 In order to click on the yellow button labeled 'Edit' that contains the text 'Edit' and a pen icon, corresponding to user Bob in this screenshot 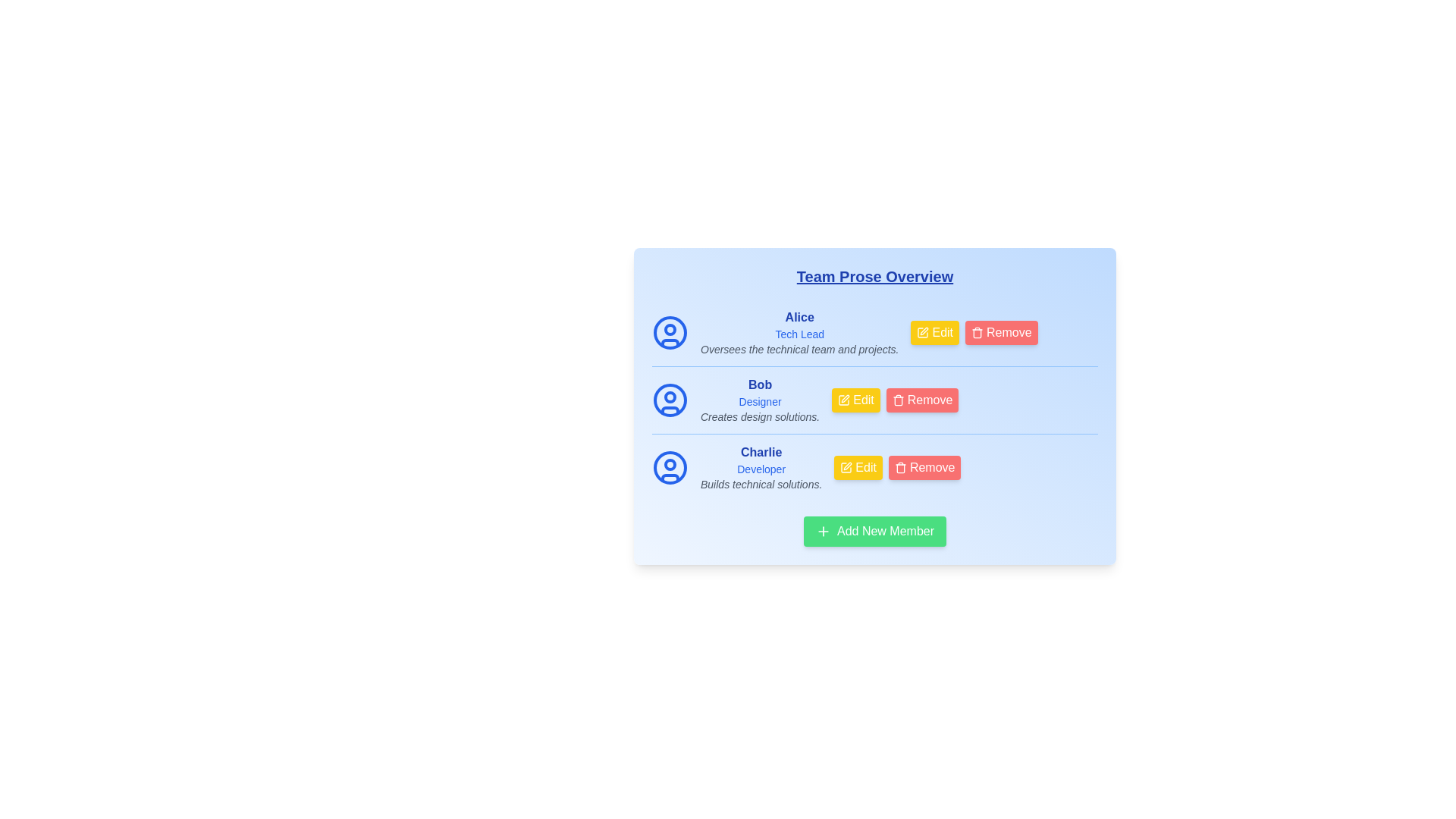, I will do `click(862, 400)`.